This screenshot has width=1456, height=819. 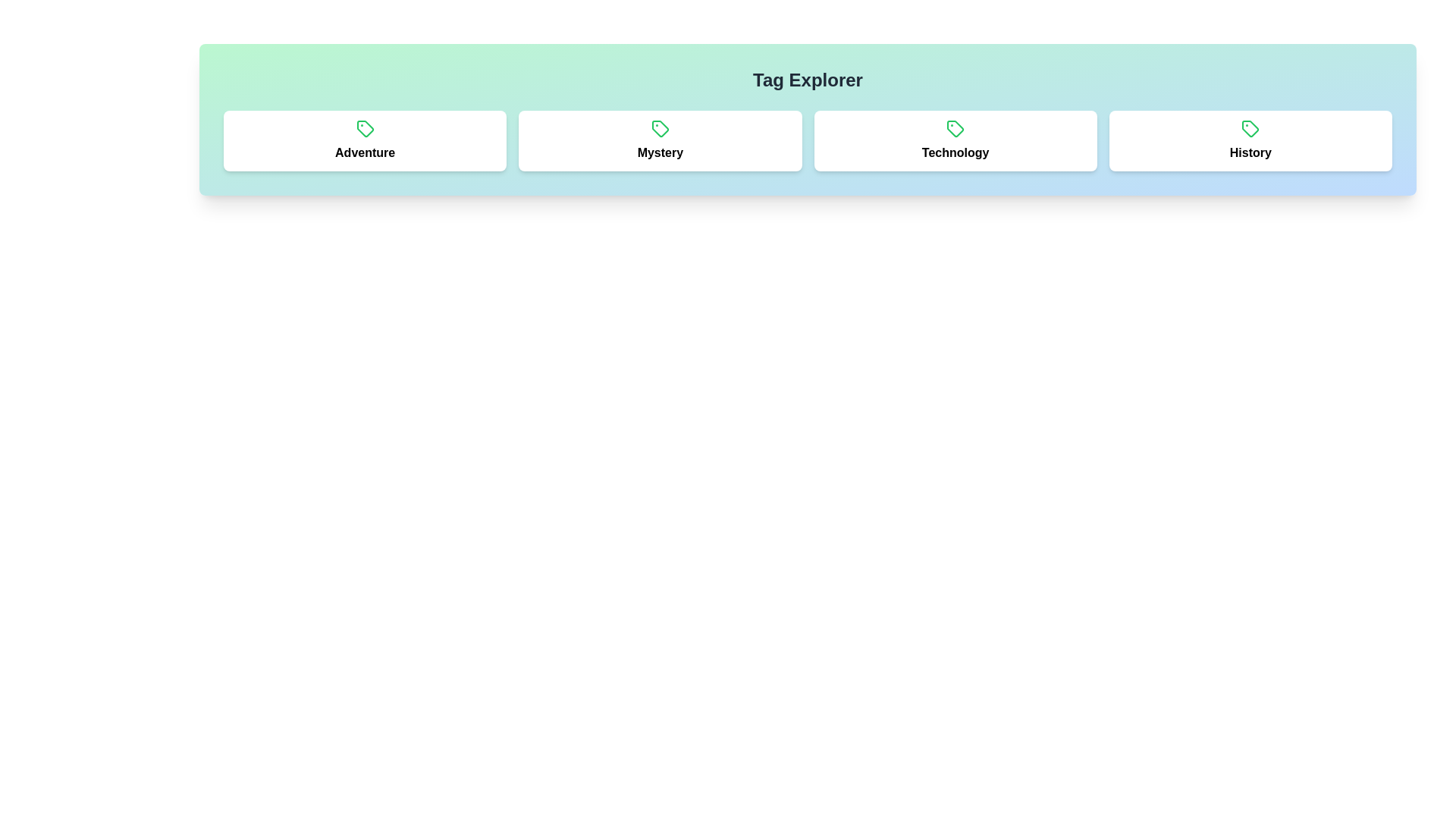 What do you see at coordinates (365, 140) in the screenshot?
I see `the 'Adventure' button, which is the first card in a grid layout and features a green tag icon above the bold 'Adventure' text, to trigger a hover effect` at bounding box center [365, 140].